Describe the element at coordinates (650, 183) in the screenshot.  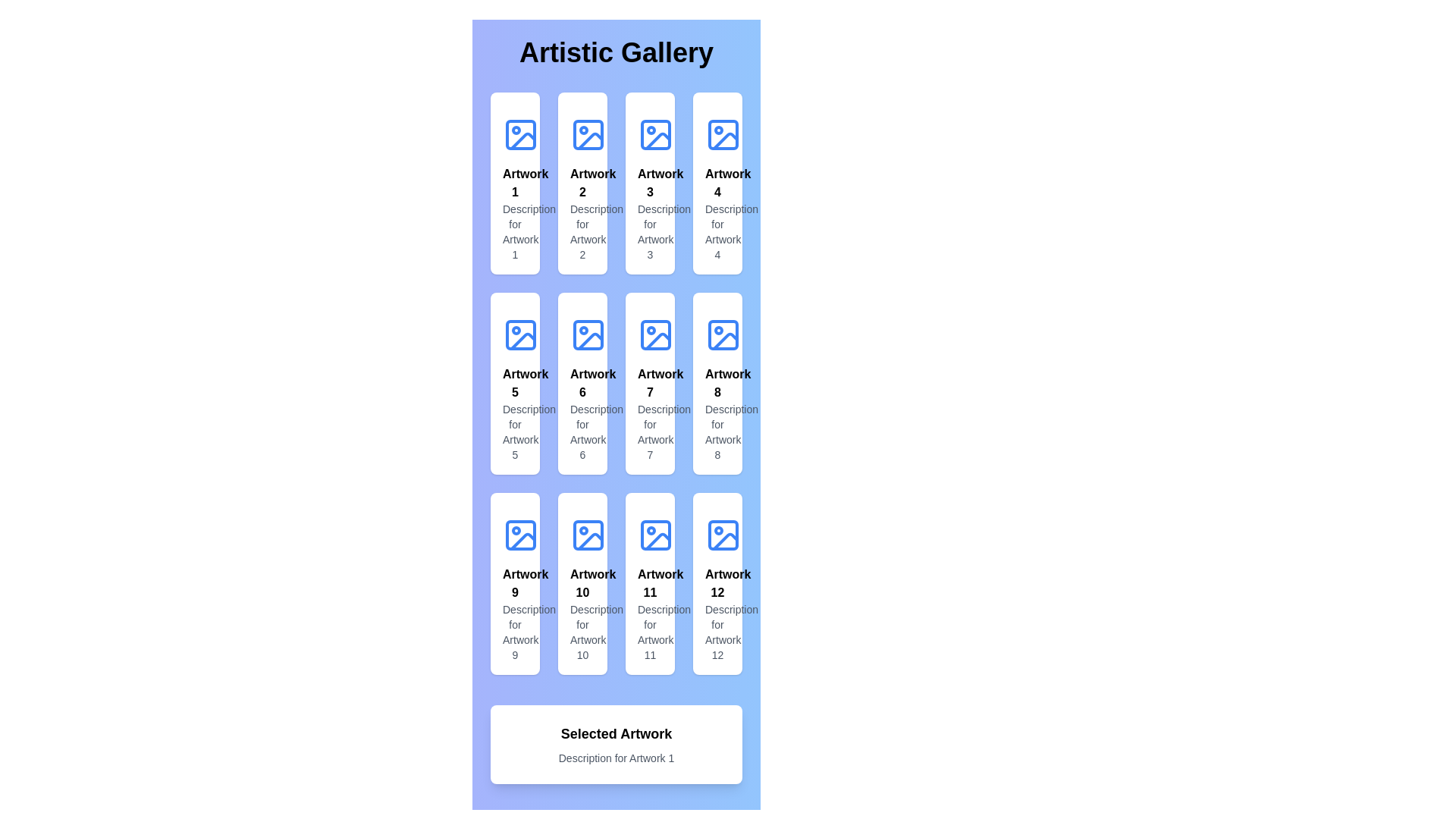
I see `text on the Display card featuring 'Artwork 3' and its description, which is the third card in the grid layout` at that location.